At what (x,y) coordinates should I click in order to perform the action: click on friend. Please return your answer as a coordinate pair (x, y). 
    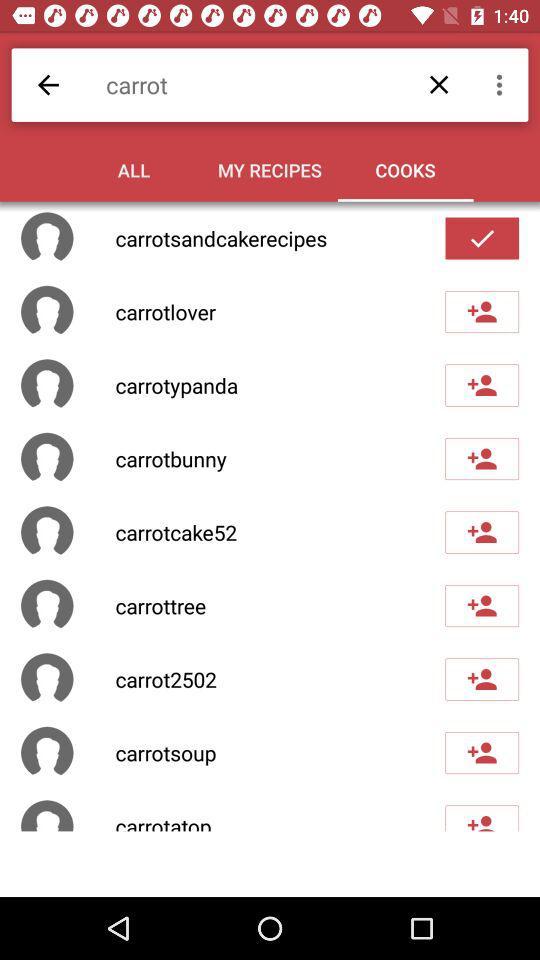
    Looking at the image, I should click on (481, 604).